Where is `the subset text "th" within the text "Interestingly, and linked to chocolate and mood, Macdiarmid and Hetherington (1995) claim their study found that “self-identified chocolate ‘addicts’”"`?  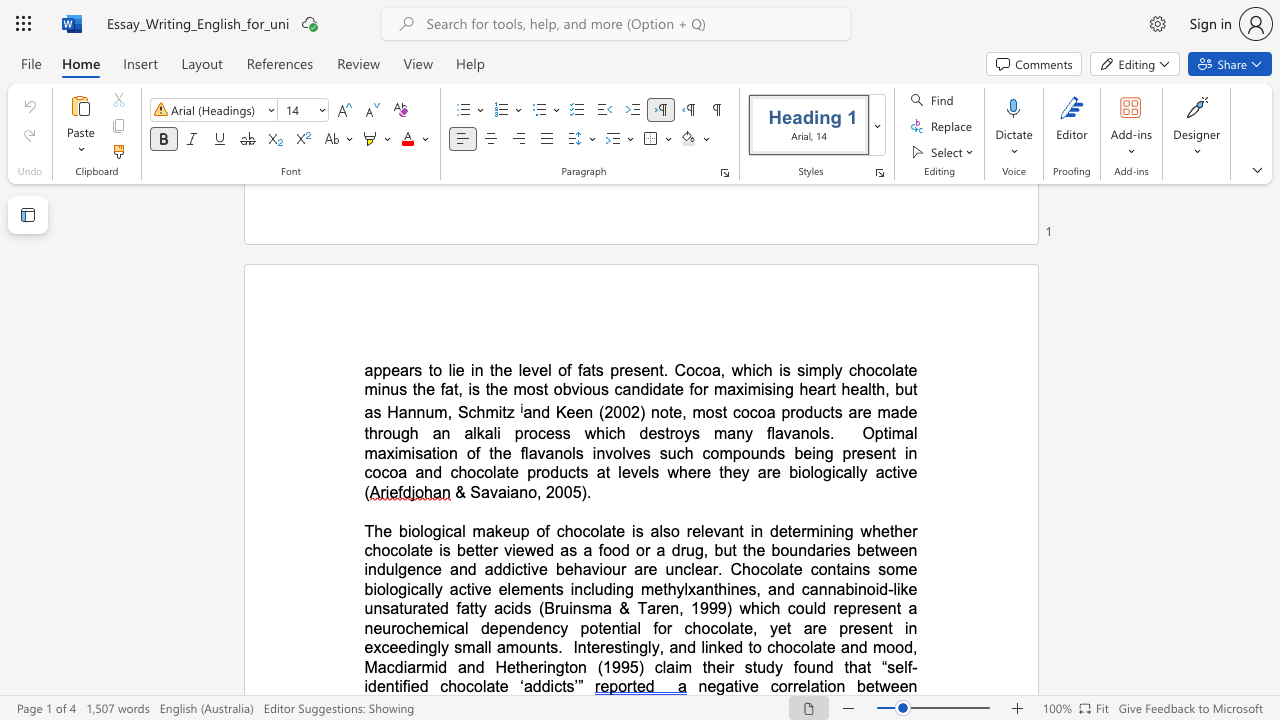
the subset text "th" within the text "Interestingly, and linked to chocolate and mood, Macdiarmid and Hetherington (1995) claim their study found that “self-identified chocolate ‘addicts’”" is located at coordinates (844, 667).